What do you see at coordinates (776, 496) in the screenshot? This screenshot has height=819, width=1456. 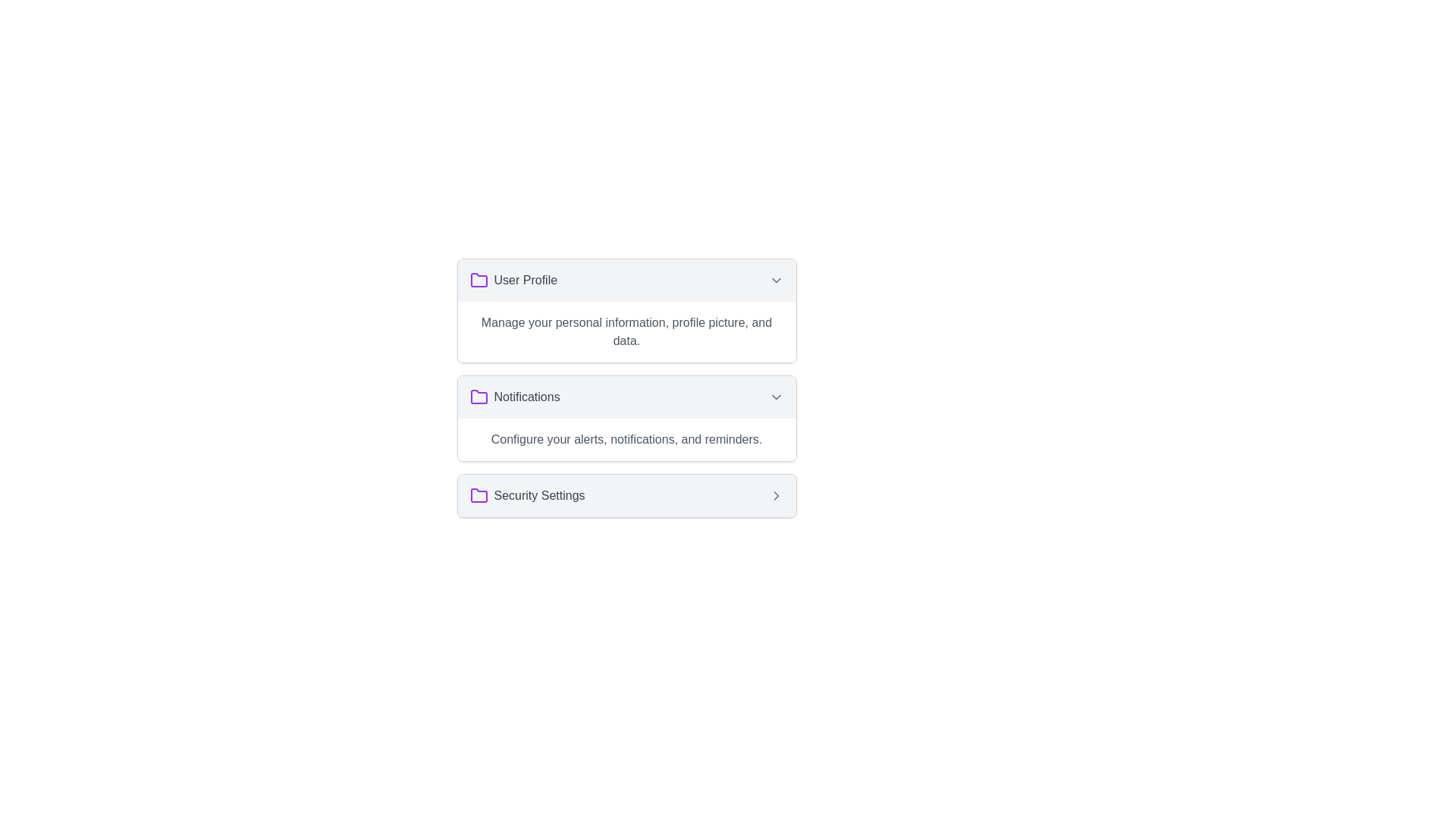 I see `the SVG-based chevron arrow indicating the expandable 'Security Settings' section` at bounding box center [776, 496].